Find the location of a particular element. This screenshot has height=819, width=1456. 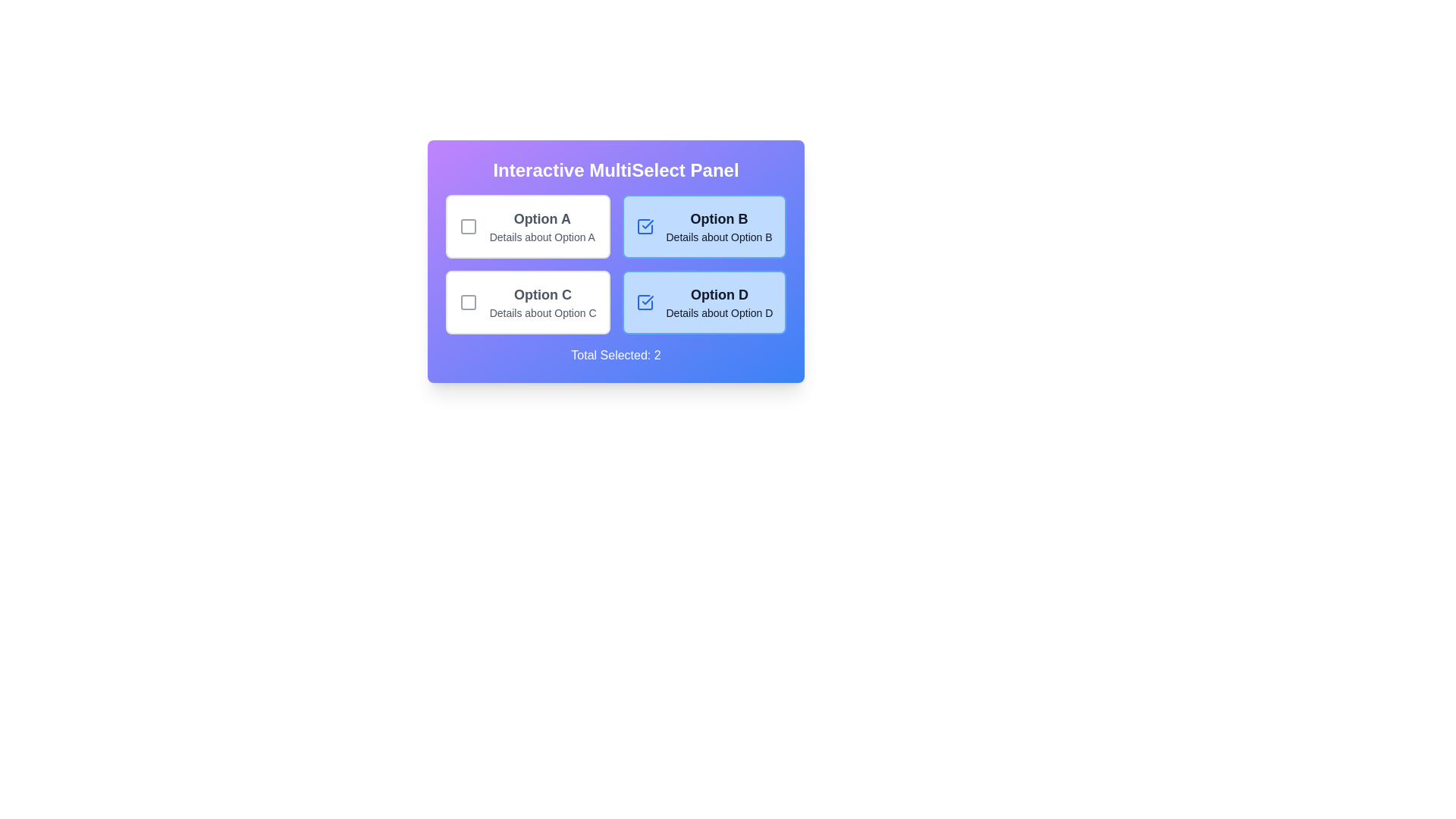

the item labeled Option D is located at coordinates (702, 302).